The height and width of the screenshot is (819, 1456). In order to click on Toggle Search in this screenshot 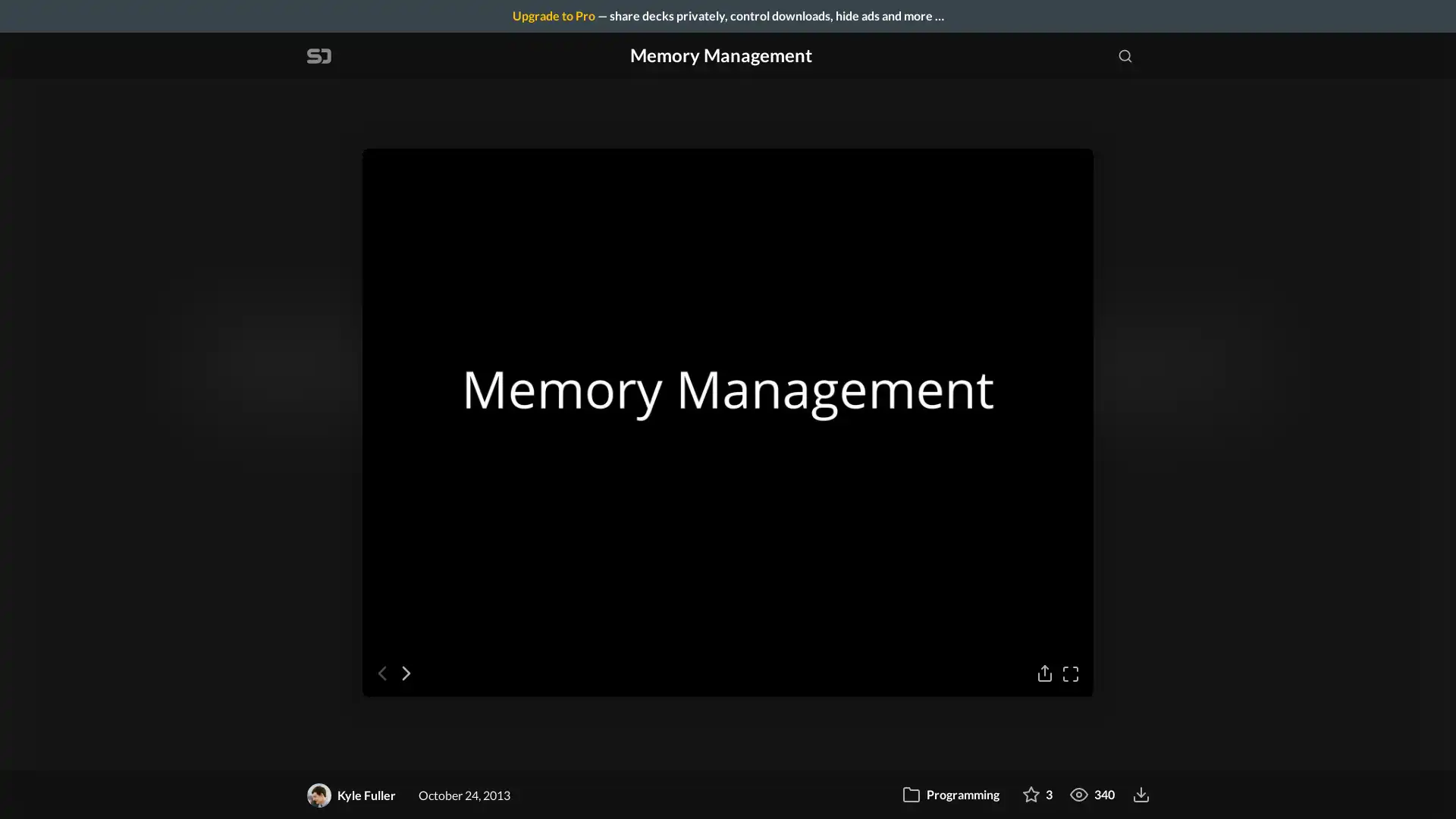, I will do `click(1125, 55)`.